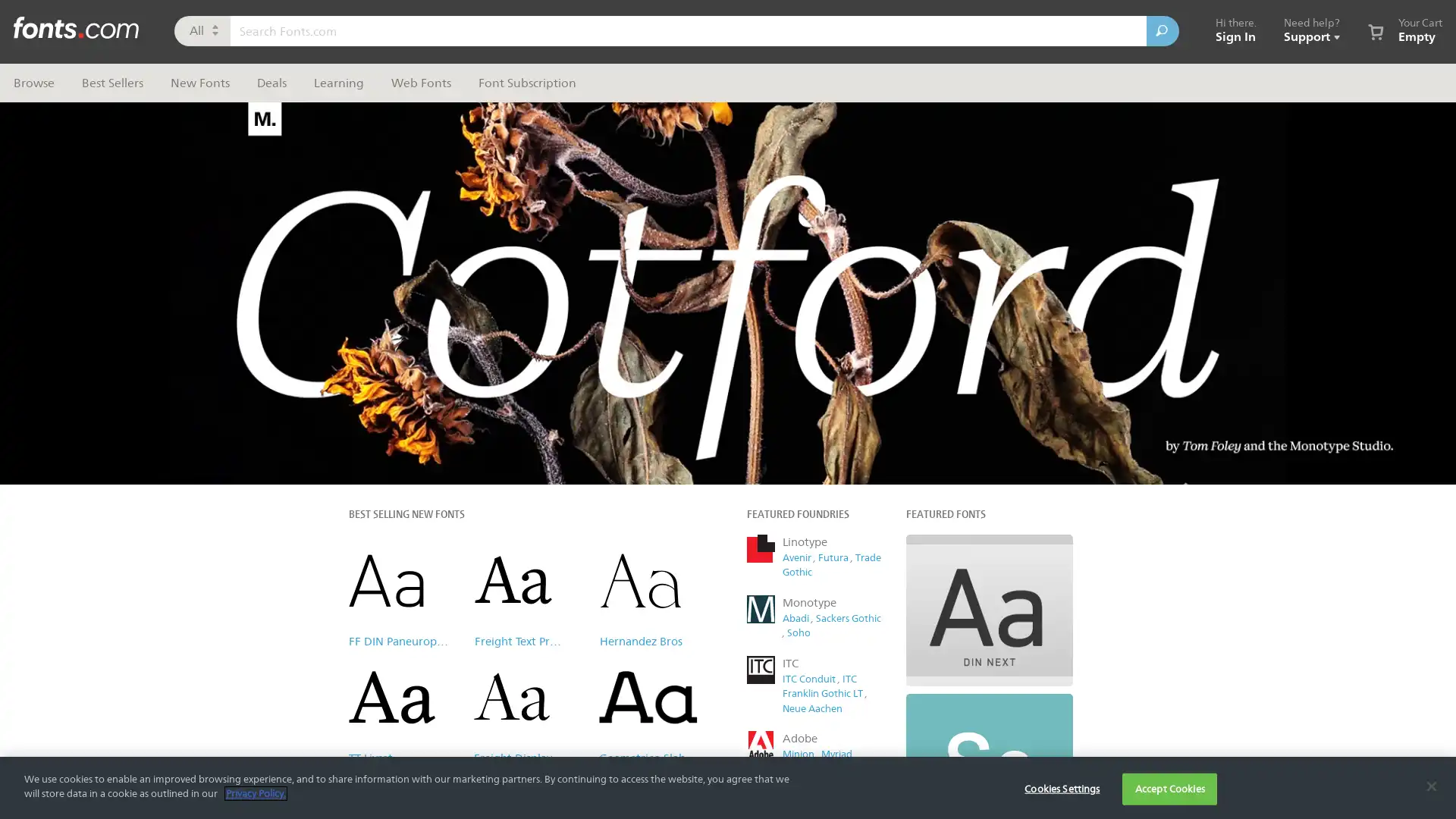  Describe the element at coordinates (1430, 785) in the screenshot. I see `Close` at that location.